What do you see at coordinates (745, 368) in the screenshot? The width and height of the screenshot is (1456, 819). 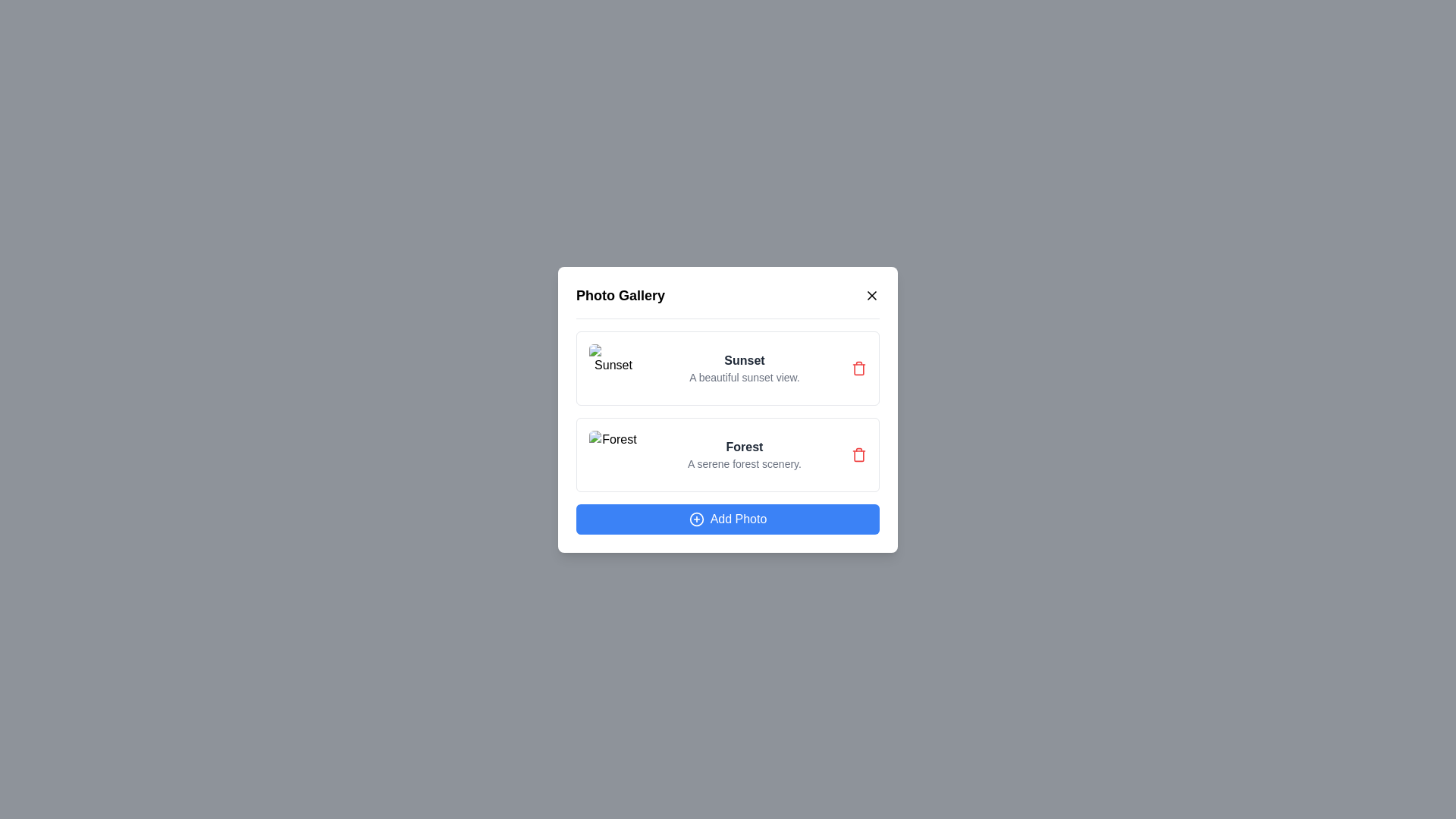 I see `the text block displaying 'Sunset' and 'A beautiful sunset view.' located to the right of a small square image and above a red delete button in the 'Photo Gallery' list` at bounding box center [745, 368].